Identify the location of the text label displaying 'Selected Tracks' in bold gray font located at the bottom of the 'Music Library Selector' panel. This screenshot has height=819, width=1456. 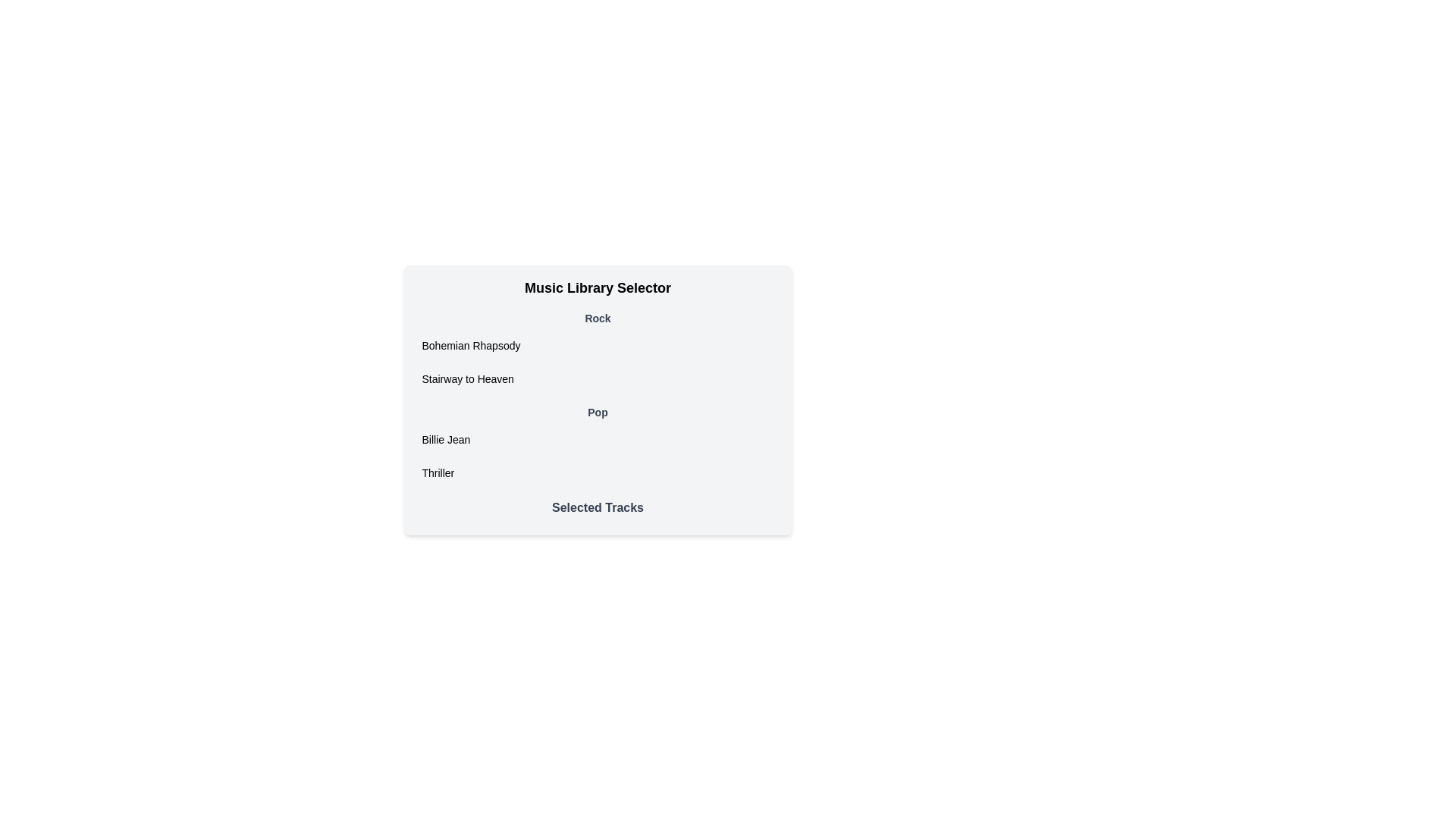
(597, 508).